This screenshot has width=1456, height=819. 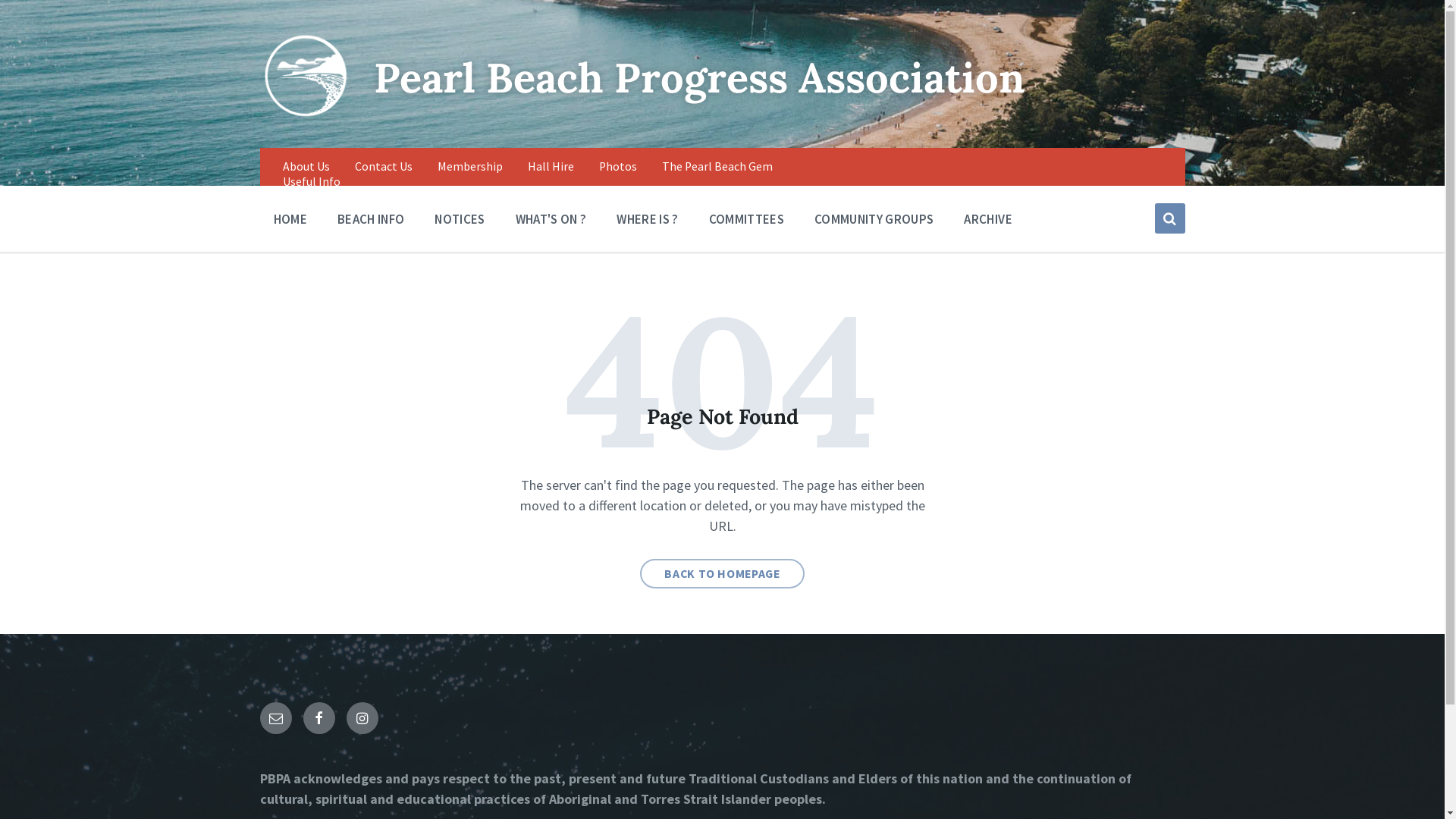 What do you see at coordinates (469, 166) in the screenshot?
I see `'Membership'` at bounding box center [469, 166].